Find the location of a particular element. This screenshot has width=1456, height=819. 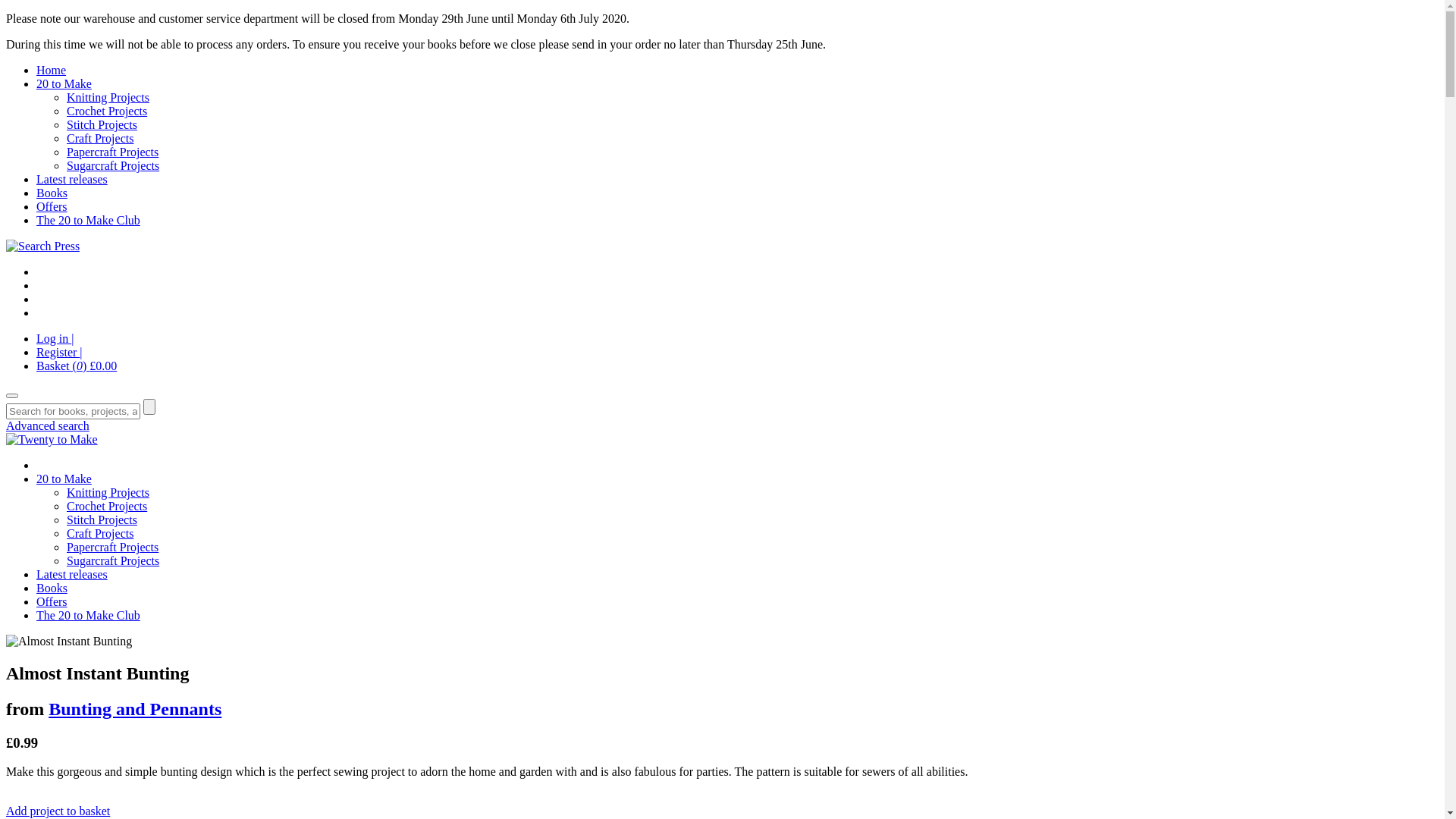

'Latest releases' is located at coordinates (71, 178).